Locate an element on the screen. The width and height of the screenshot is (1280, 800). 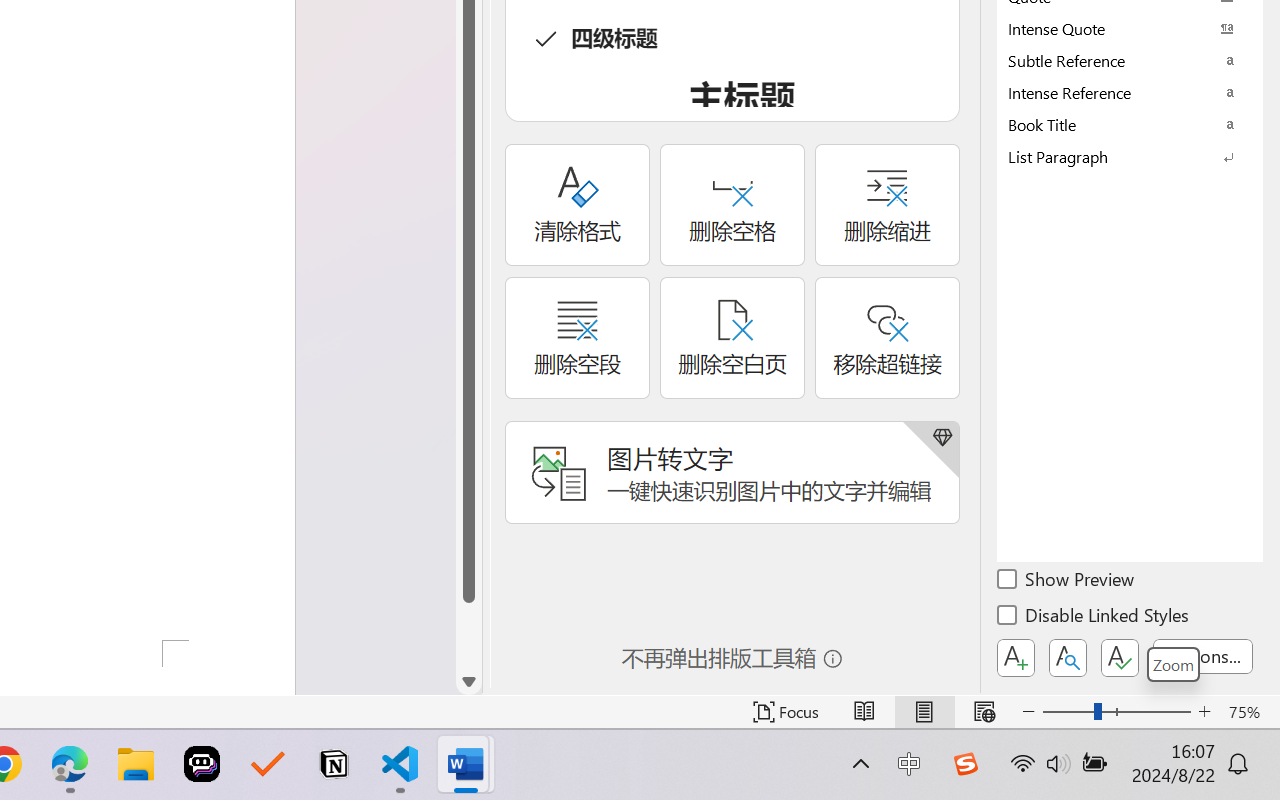
'Read Mode' is located at coordinates (864, 711).